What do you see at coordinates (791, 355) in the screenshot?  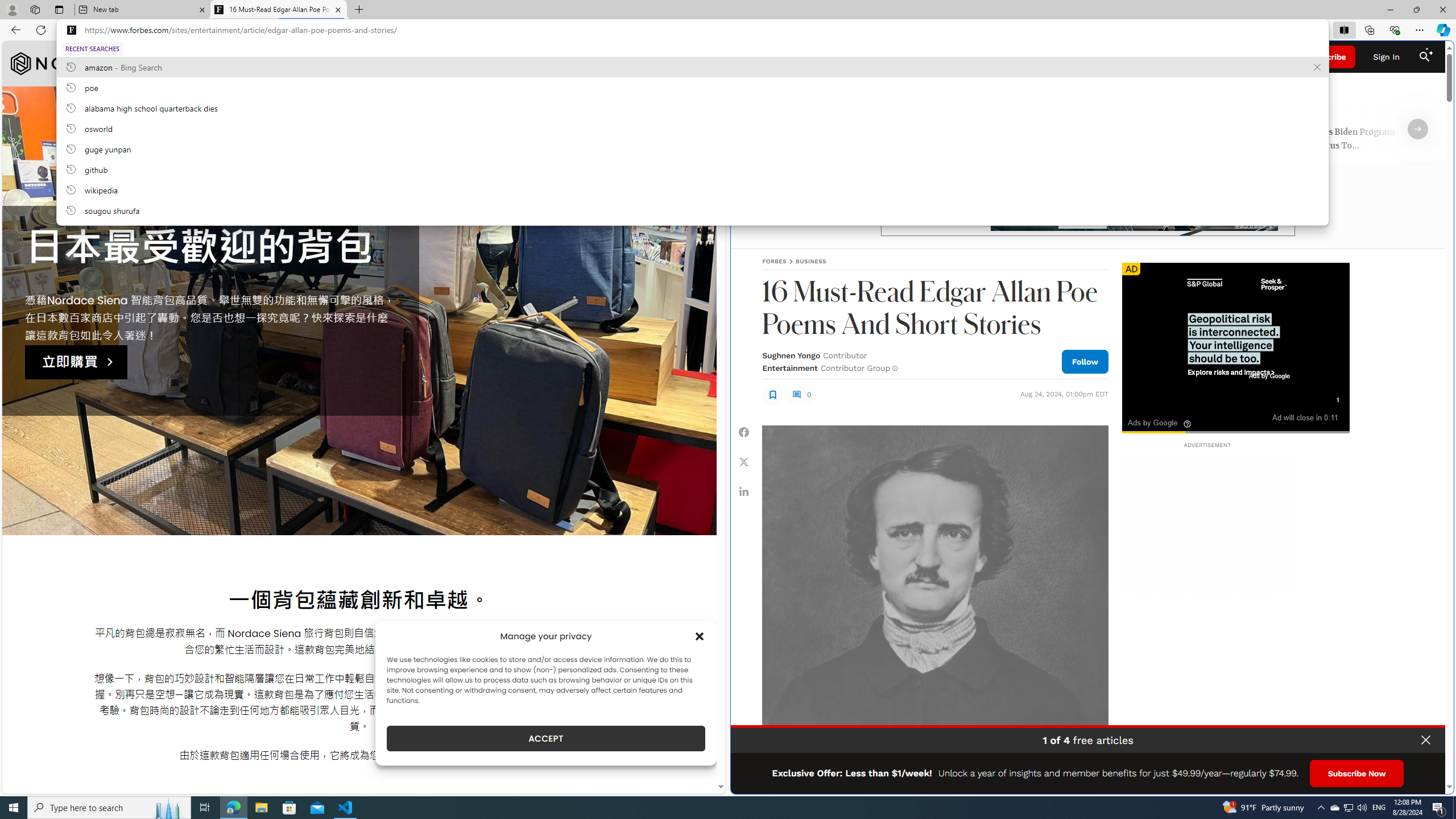 I see `'Sughnen Yongo'` at bounding box center [791, 355].